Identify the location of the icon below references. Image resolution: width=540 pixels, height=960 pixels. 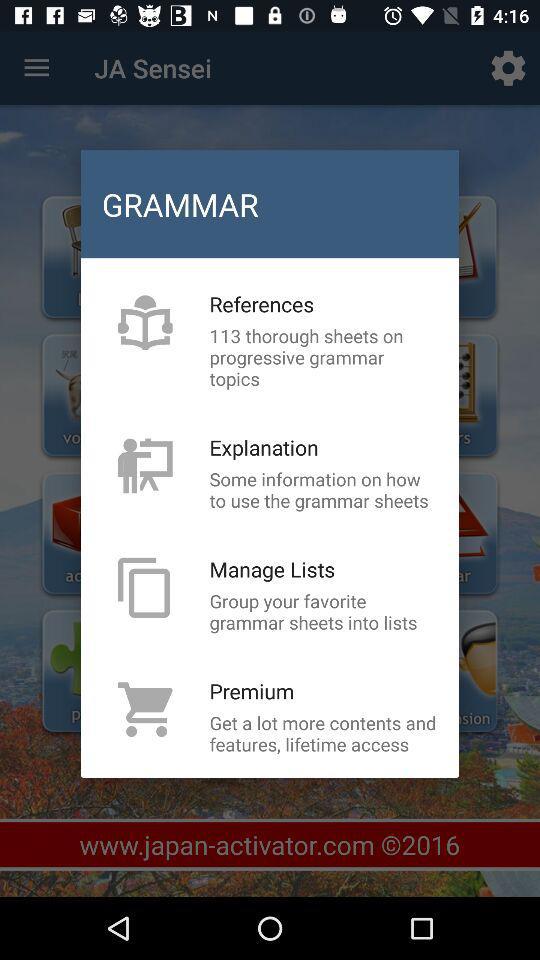
(323, 357).